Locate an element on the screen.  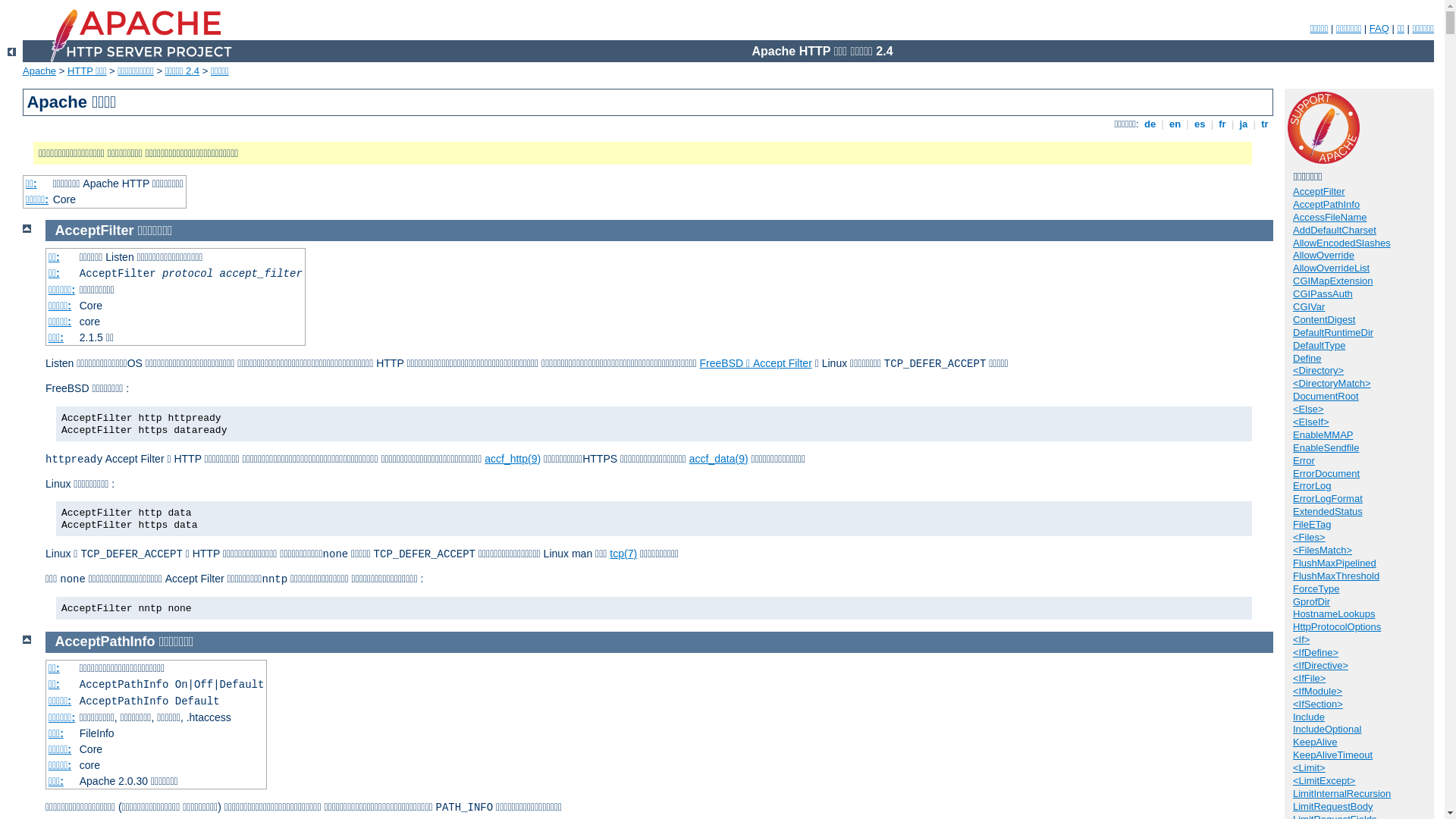
' de ' is located at coordinates (1150, 123).